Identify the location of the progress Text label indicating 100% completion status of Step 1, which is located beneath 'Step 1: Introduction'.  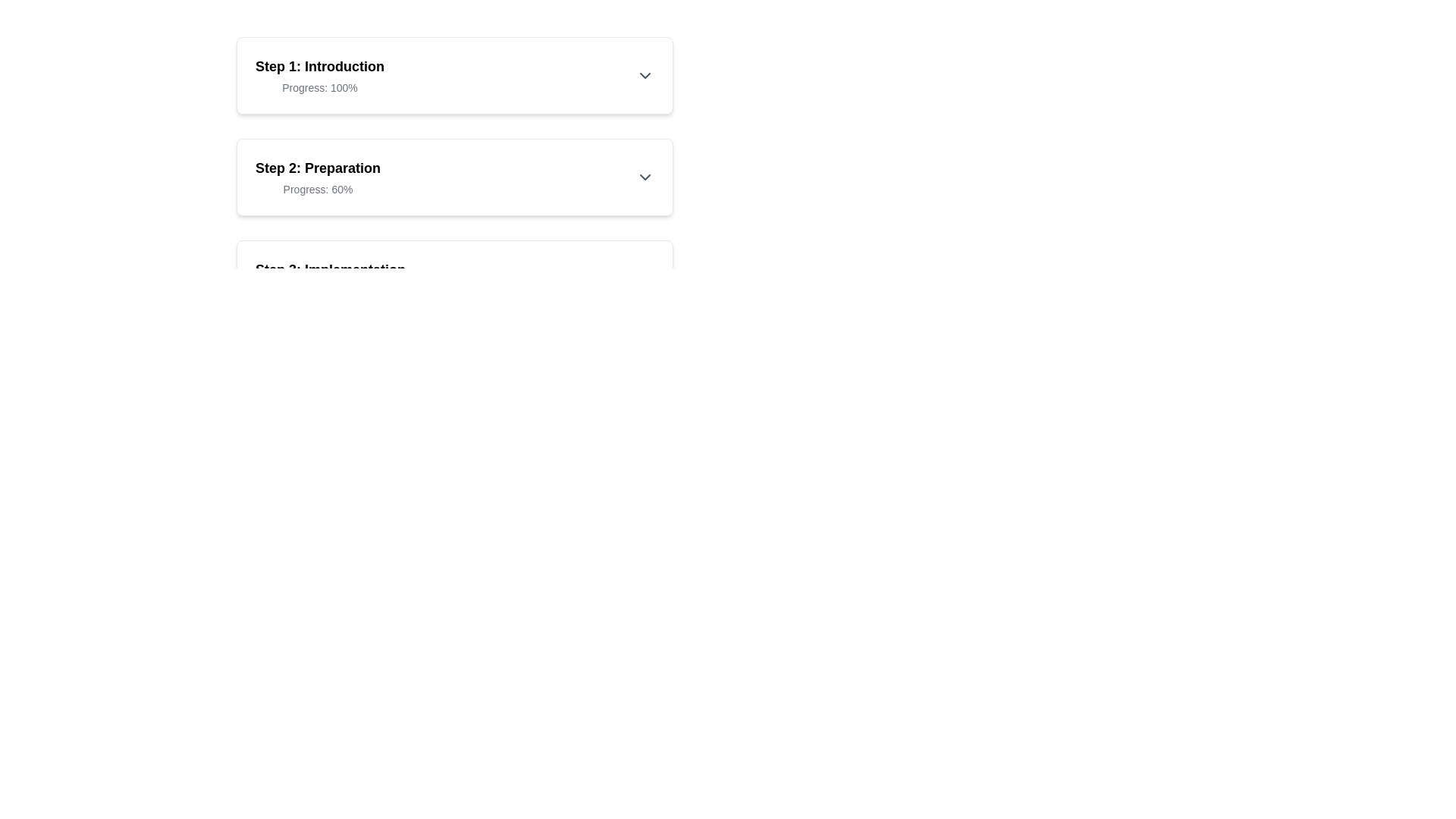
(319, 87).